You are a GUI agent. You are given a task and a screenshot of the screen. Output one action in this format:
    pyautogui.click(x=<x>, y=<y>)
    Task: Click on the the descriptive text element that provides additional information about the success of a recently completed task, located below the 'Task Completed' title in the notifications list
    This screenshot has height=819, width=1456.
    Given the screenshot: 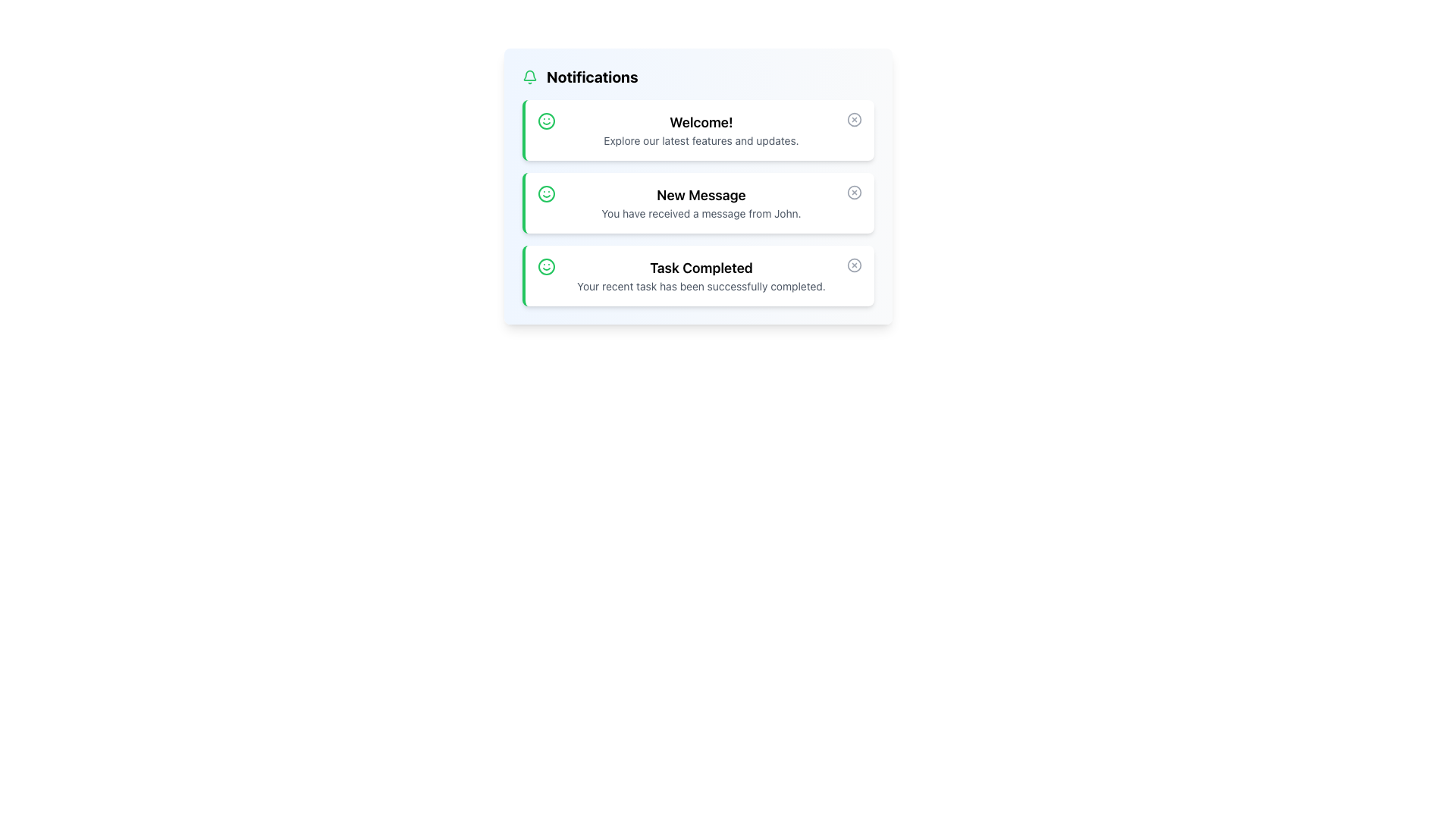 What is the action you would take?
    pyautogui.click(x=701, y=287)
    